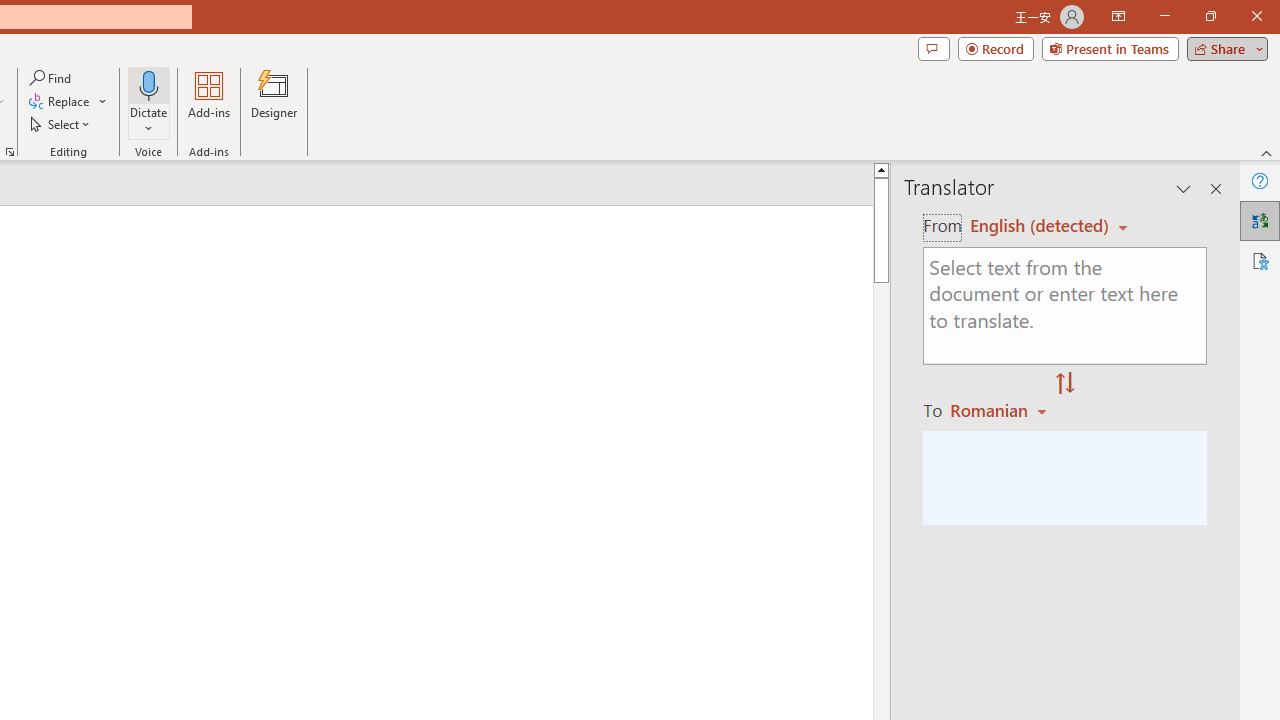 The height and width of the screenshot is (720, 1280). Describe the element at coordinates (1001, 409) in the screenshot. I see `'Romanian'` at that location.